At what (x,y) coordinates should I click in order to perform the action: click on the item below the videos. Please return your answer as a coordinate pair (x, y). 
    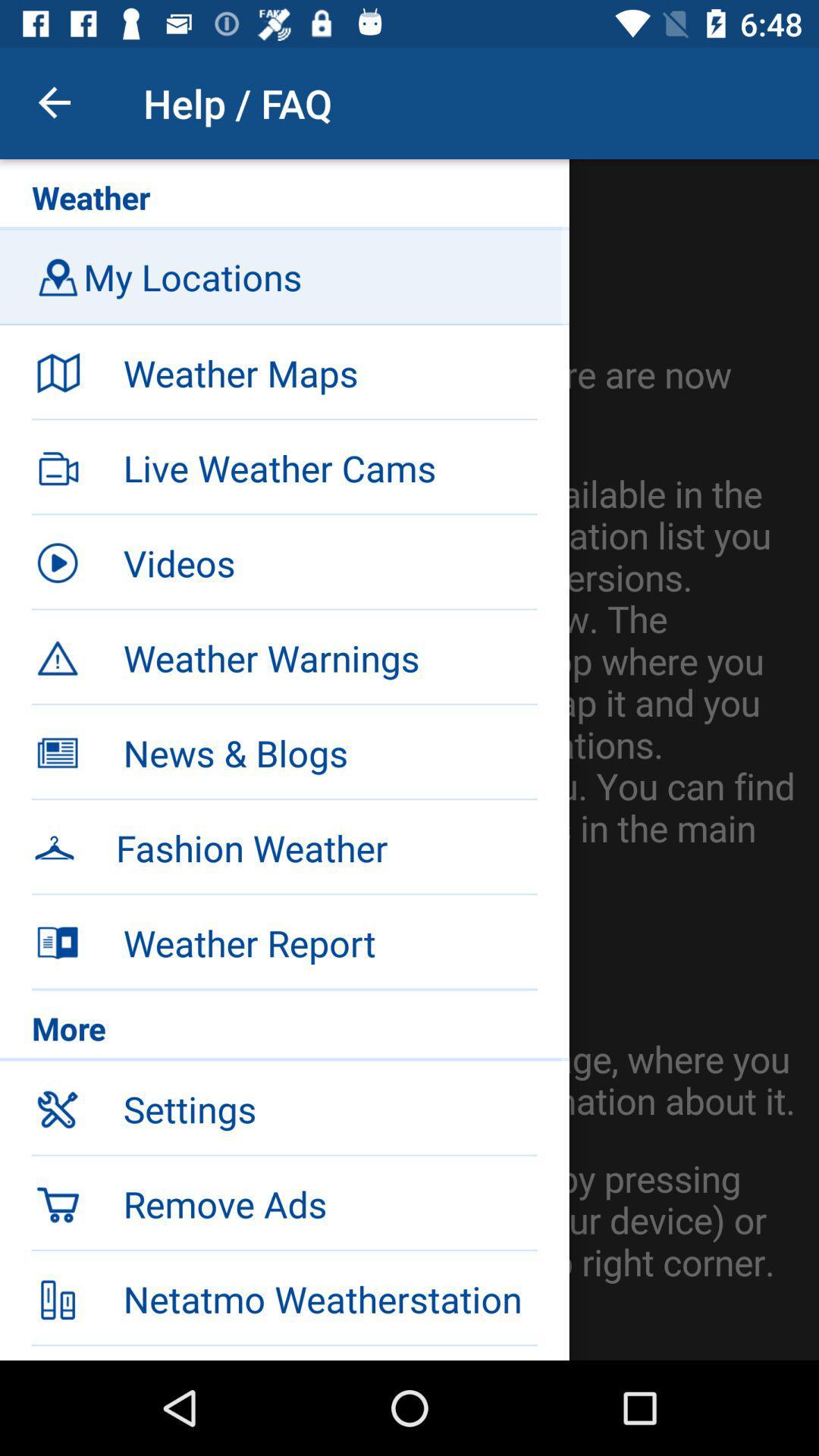
    Looking at the image, I should click on (284, 656).